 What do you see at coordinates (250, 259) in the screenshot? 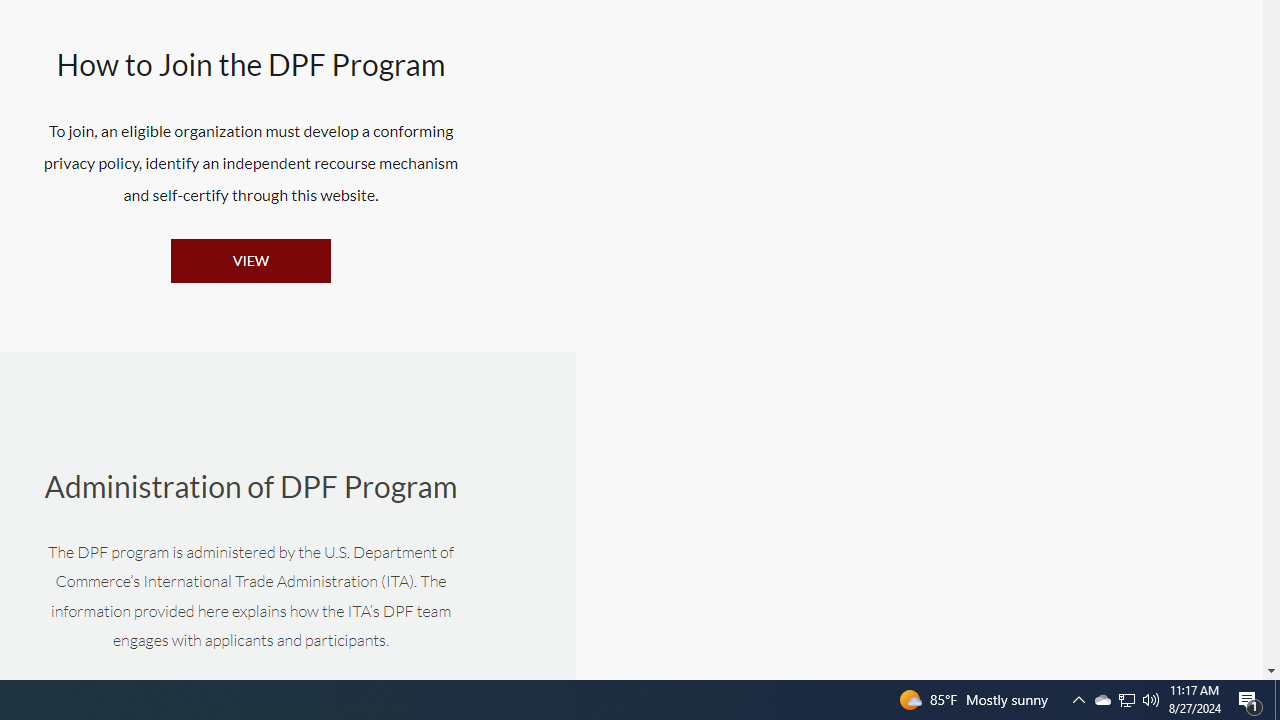
I see `'VIEW'` at bounding box center [250, 259].